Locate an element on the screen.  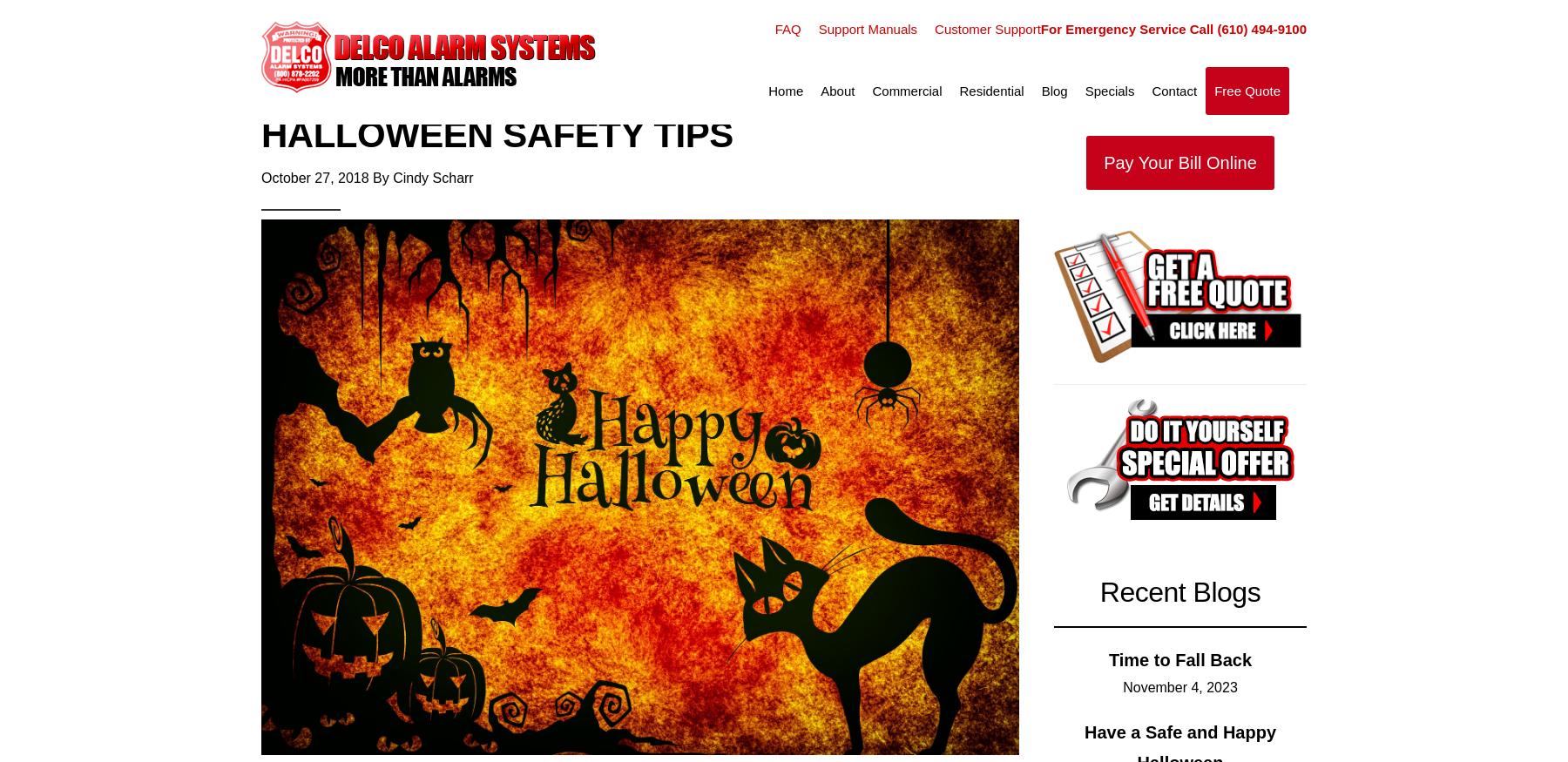
'For Emergency Service Call (610) 494-9100' is located at coordinates (1173, 28).